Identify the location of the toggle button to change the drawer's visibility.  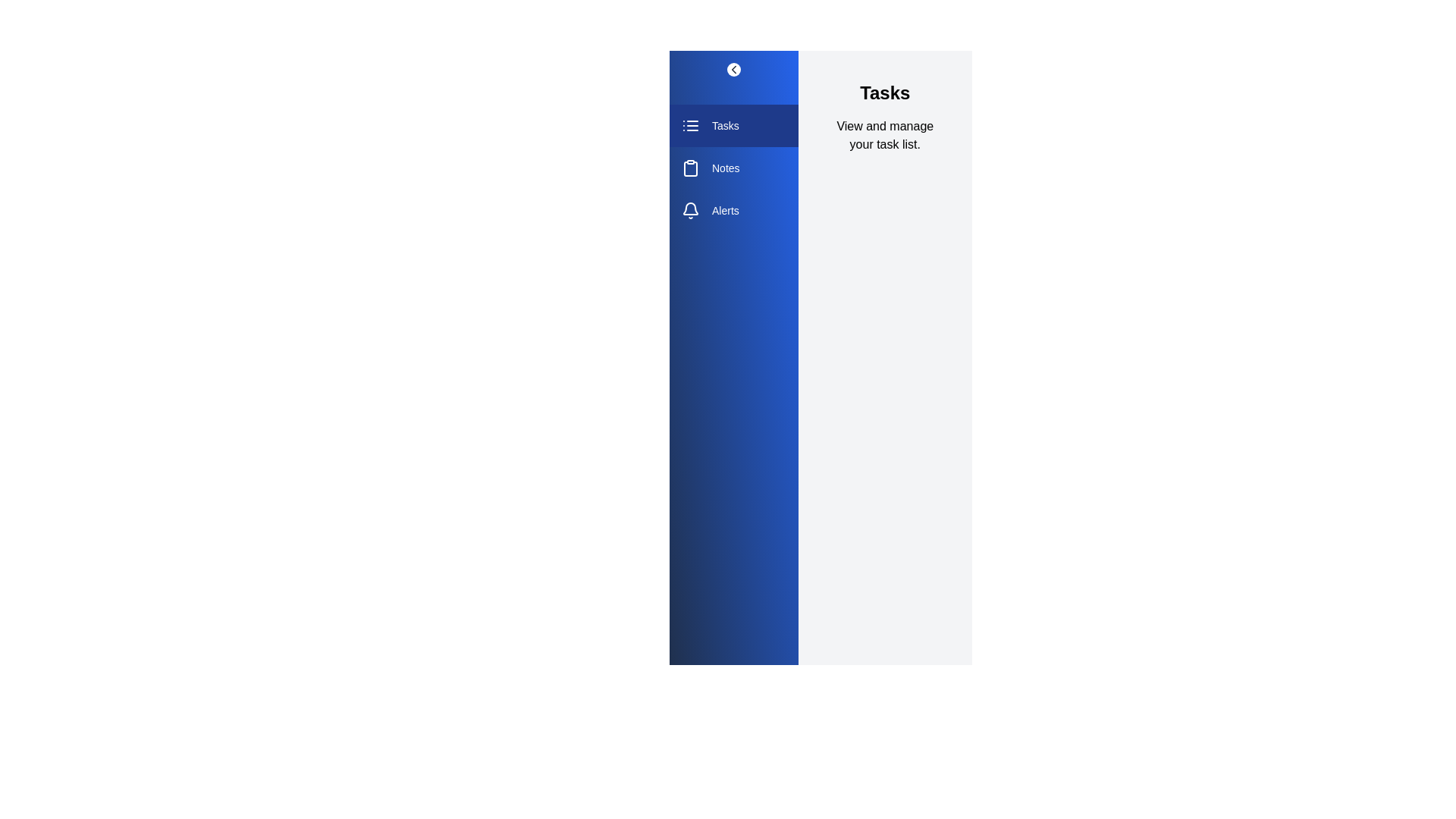
(733, 70).